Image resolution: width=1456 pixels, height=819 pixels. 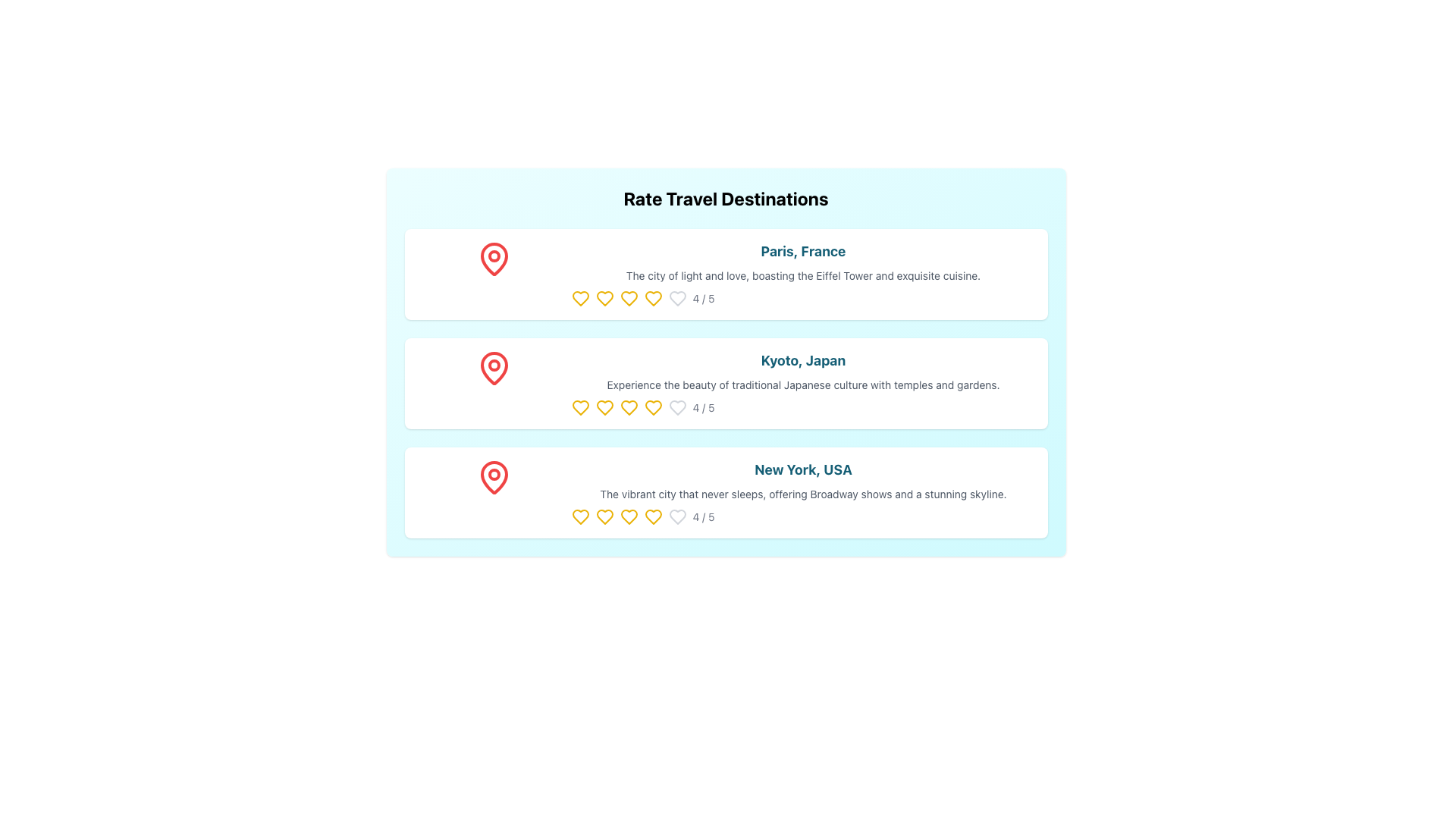 What do you see at coordinates (802, 469) in the screenshot?
I see `the text label that serves as the title for the city description of New York, which is the third entry in the list of destinations` at bounding box center [802, 469].